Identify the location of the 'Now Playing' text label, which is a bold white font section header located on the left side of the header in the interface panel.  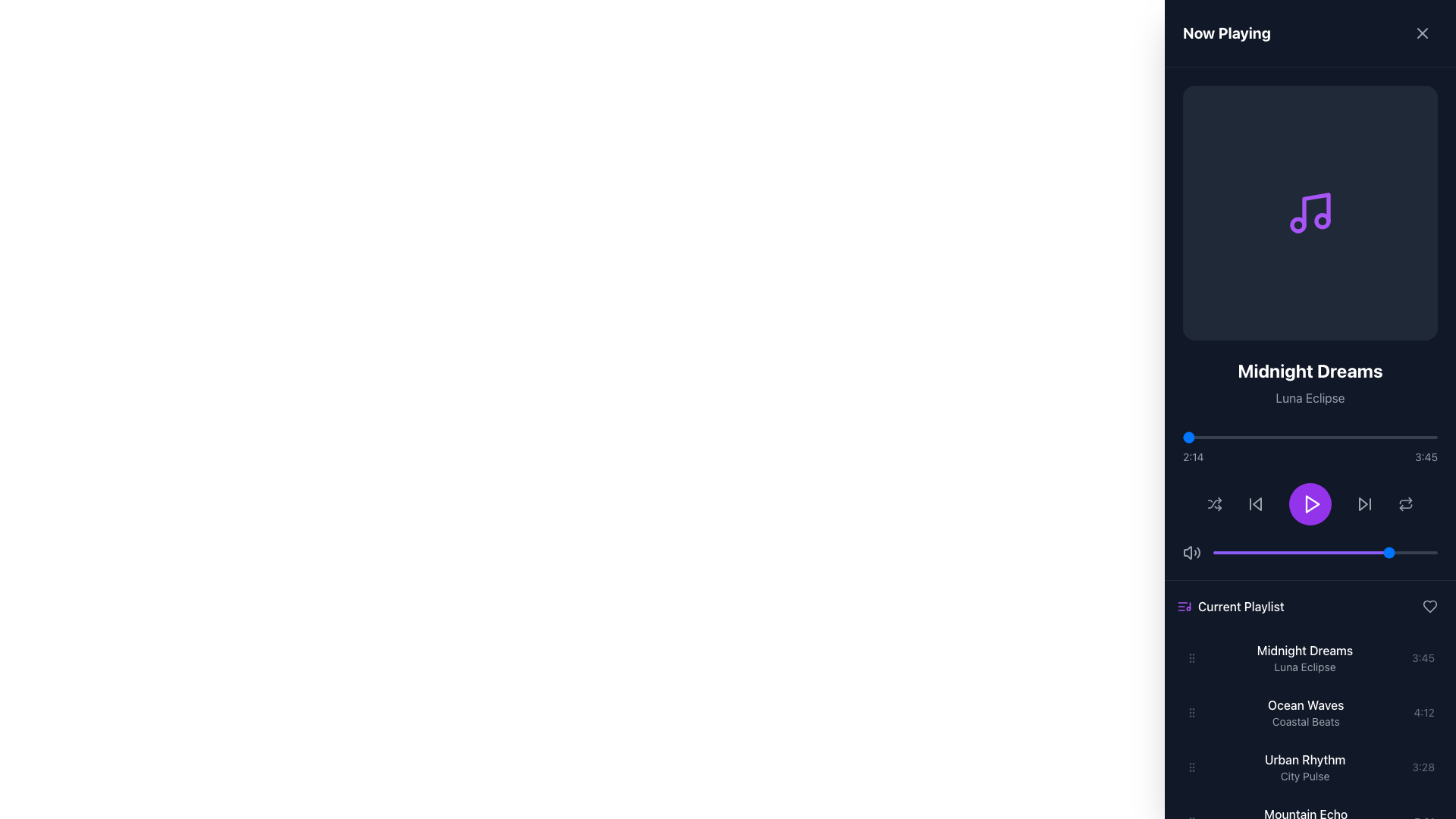
(1226, 33).